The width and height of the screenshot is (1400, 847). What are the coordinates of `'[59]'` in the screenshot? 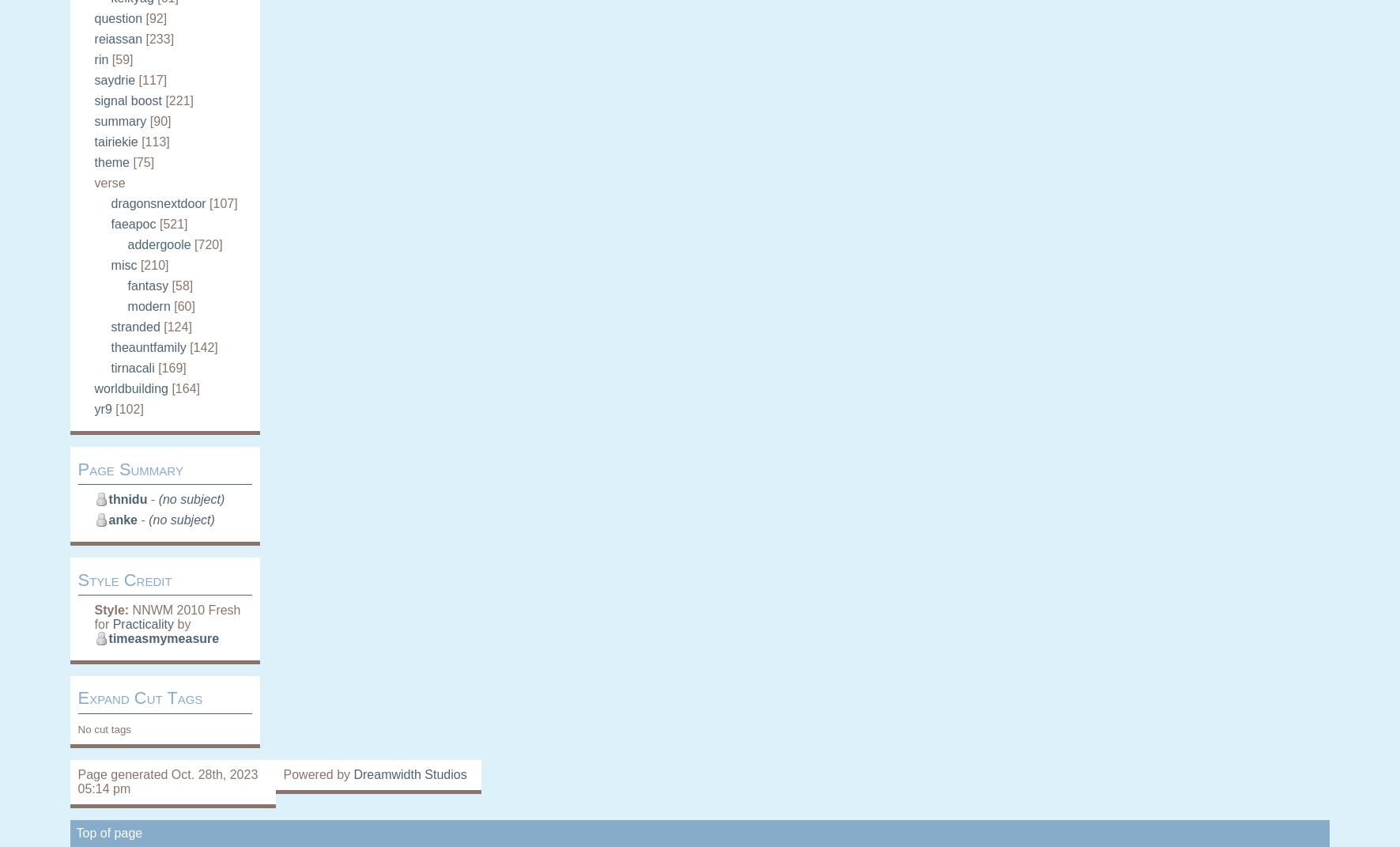 It's located at (122, 59).